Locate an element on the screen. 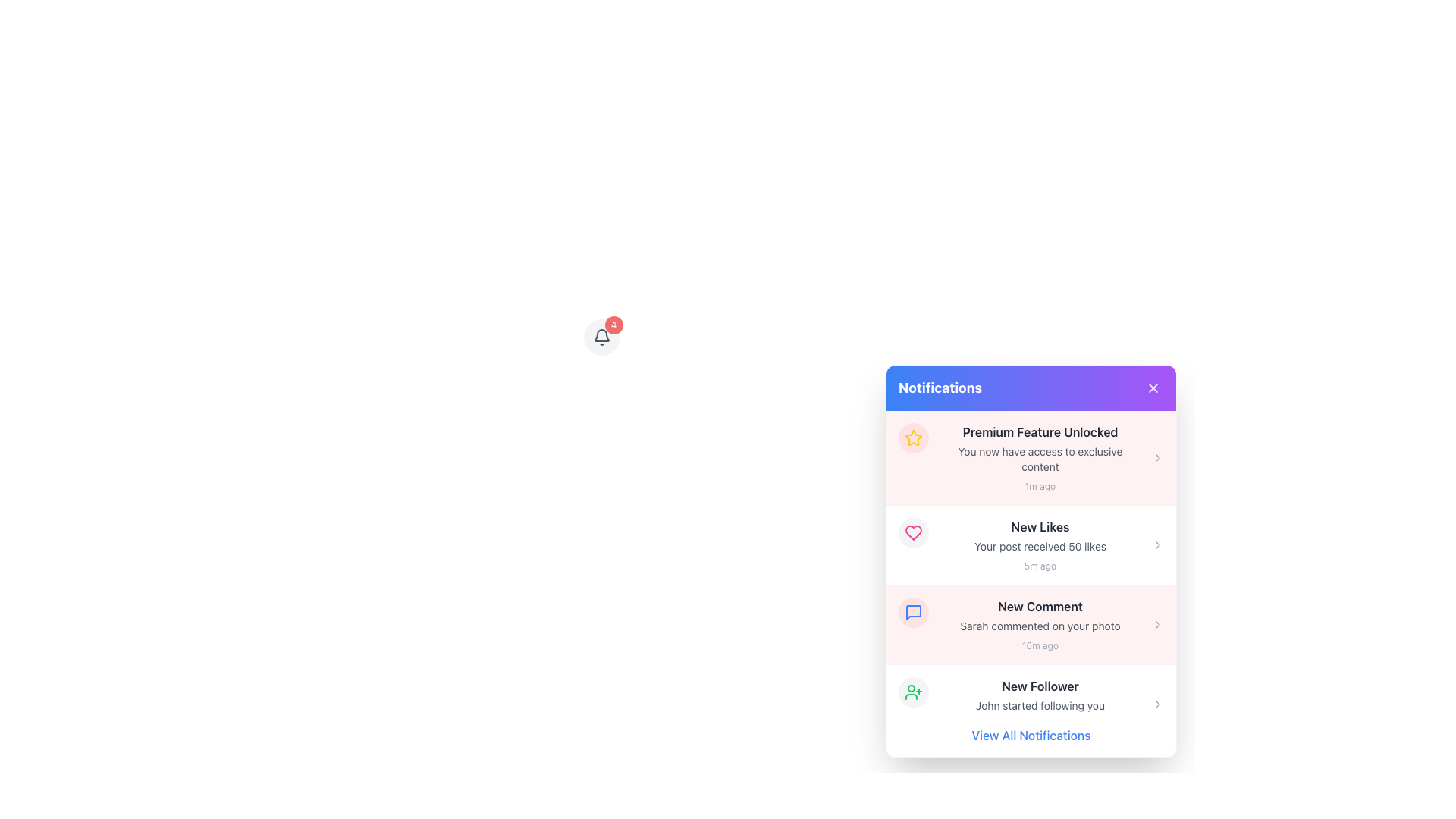 The image size is (1456, 819). the text label displaying '10m ago' located beneath 'Sarah commented on your photo' in the notification panel is located at coordinates (1040, 646).